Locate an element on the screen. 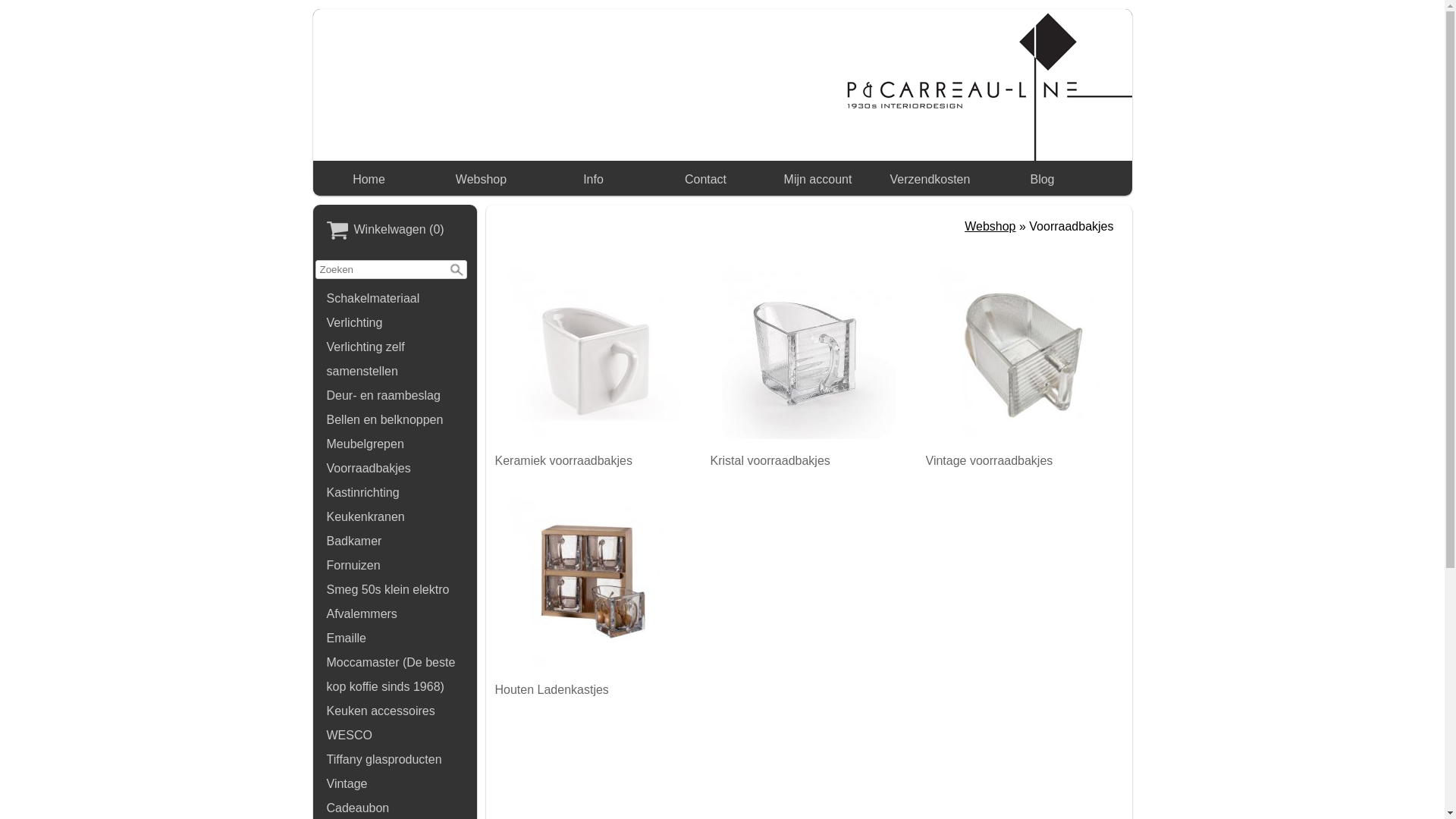 The image size is (1456, 819). 'Home' is located at coordinates (369, 178).